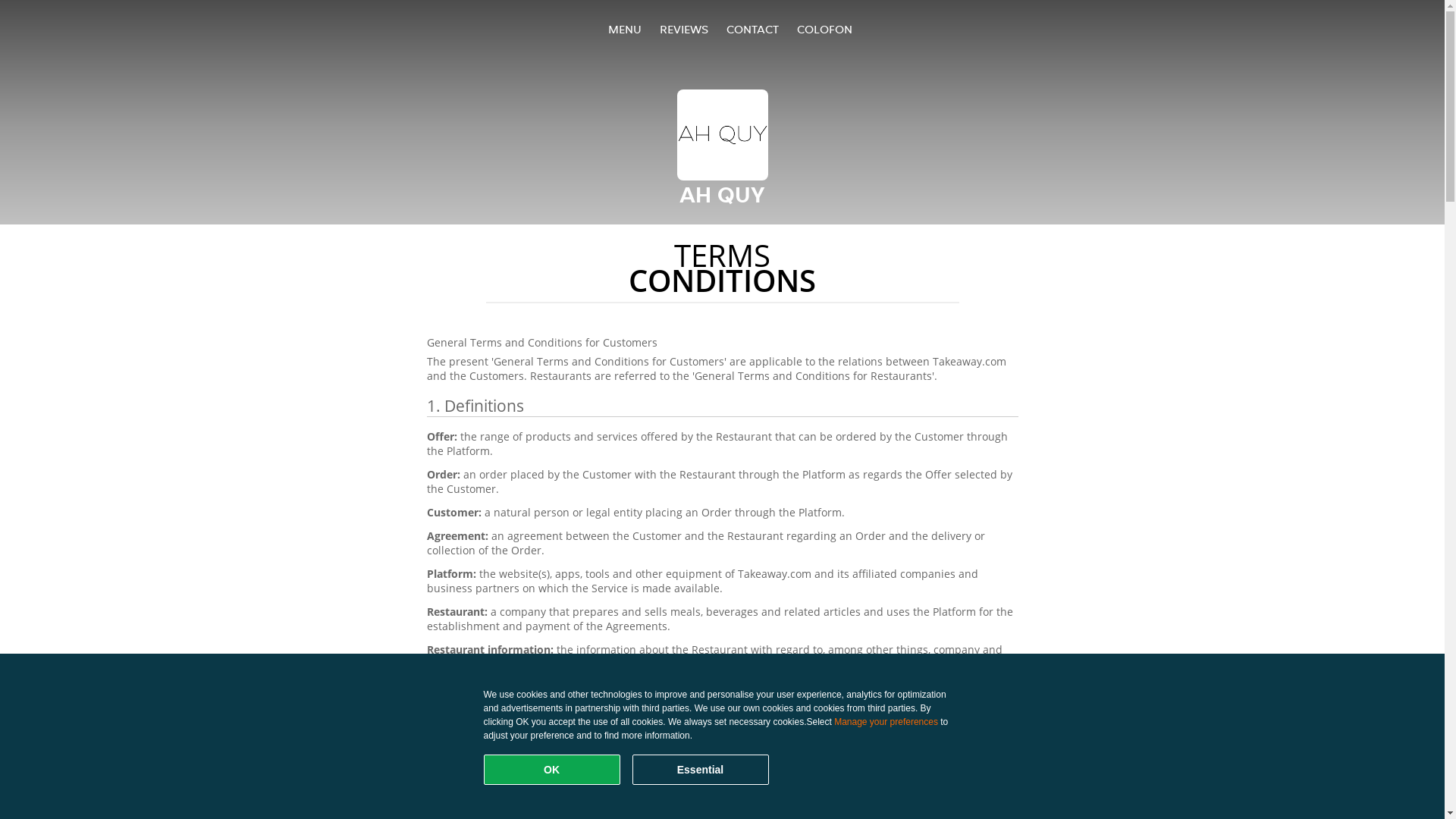 This screenshot has height=819, width=1456. I want to click on 'Manage your preferences', so click(886, 721).